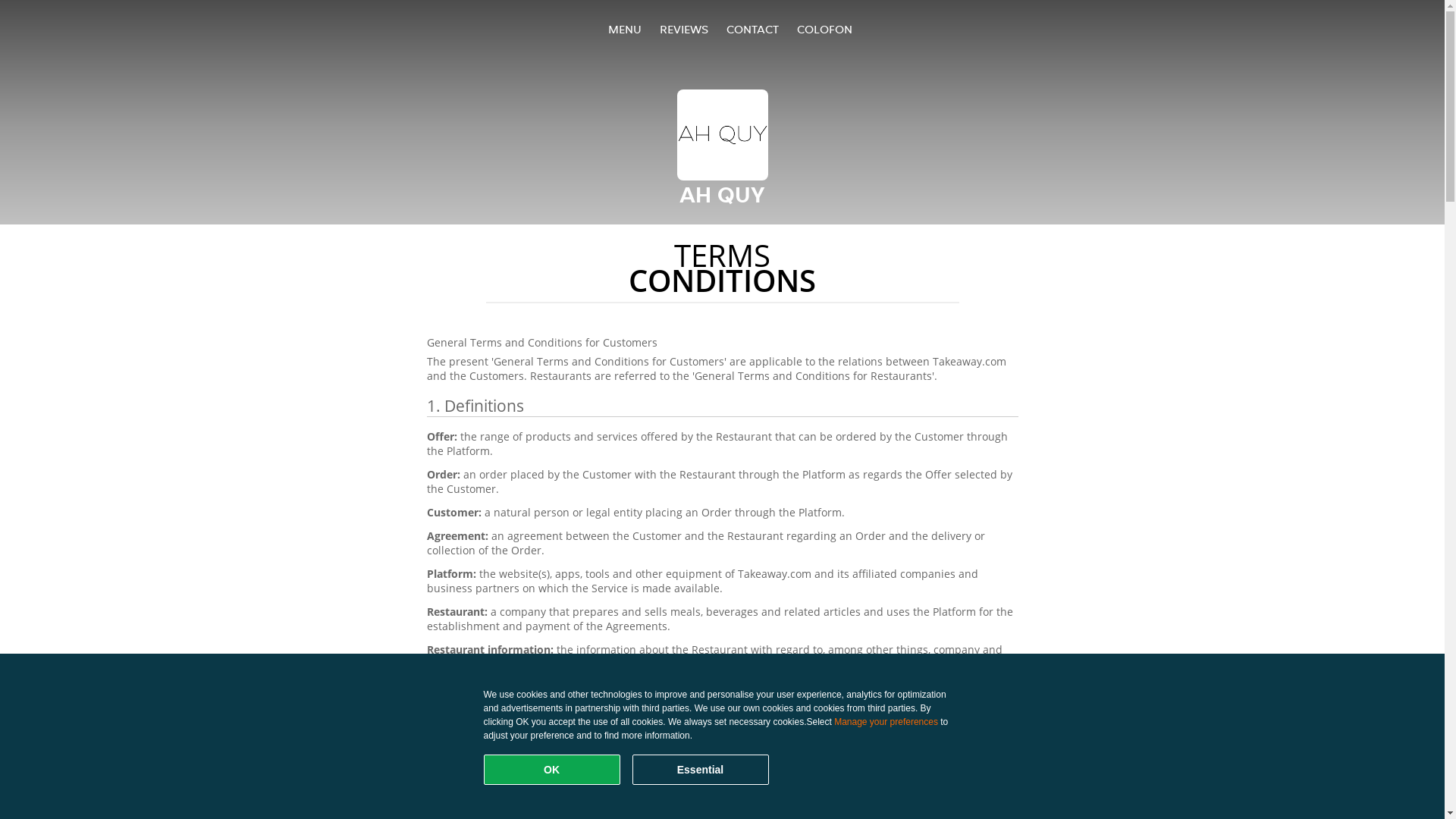 This screenshot has height=819, width=1456. I want to click on 'Manage your preferences', so click(886, 721).